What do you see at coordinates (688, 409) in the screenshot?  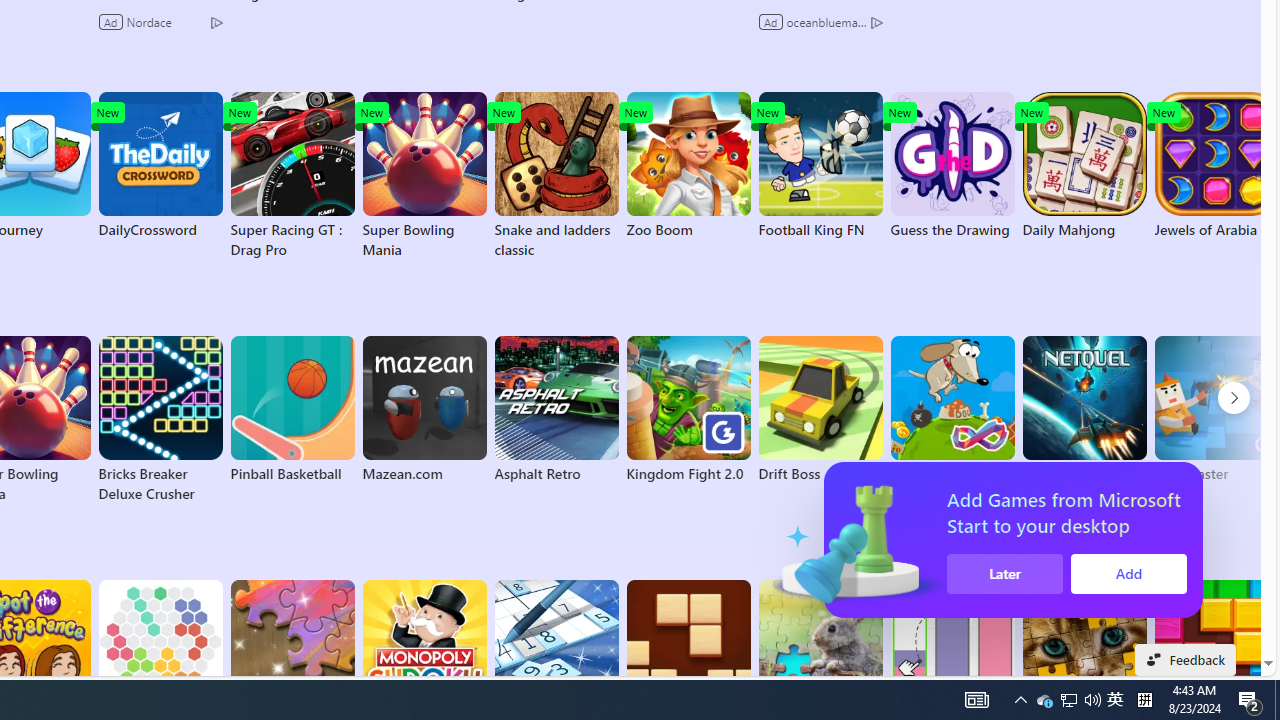 I see `'Kingdom Fight 2.0'` at bounding box center [688, 409].